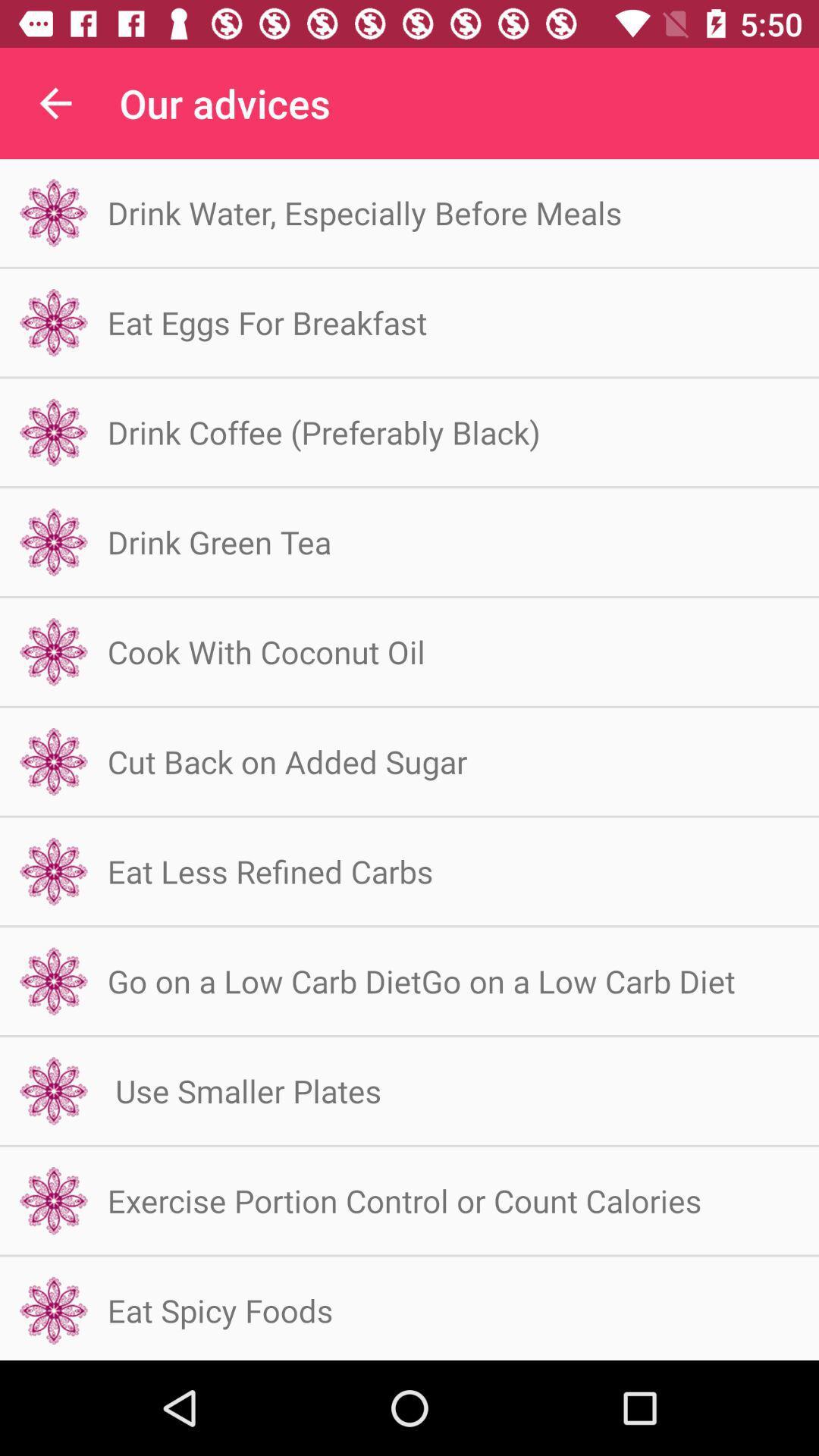 The image size is (819, 1456). I want to click on the drink coffee preferably icon, so click(323, 431).